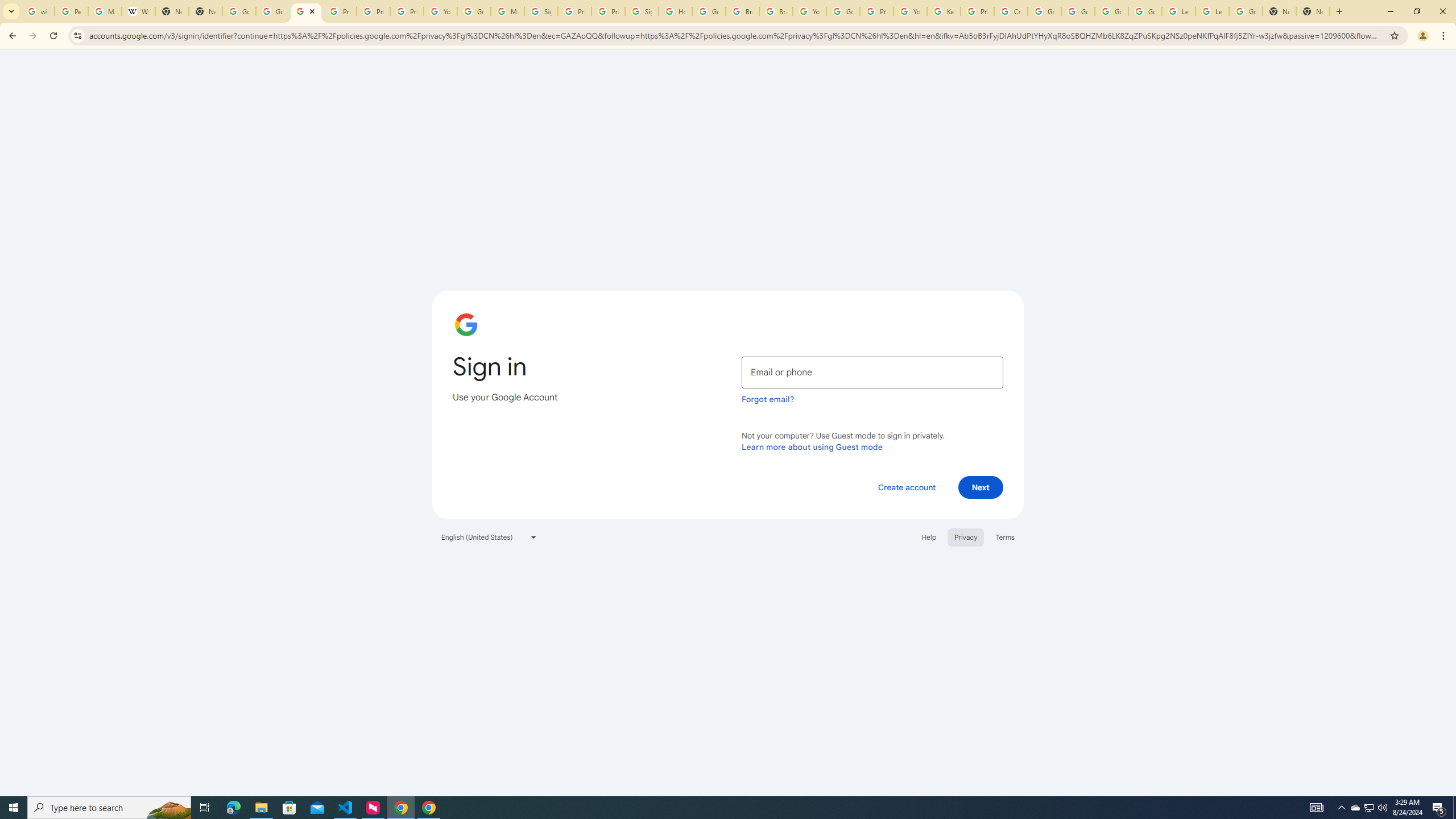 The width and height of the screenshot is (1456, 819). Describe the element at coordinates (489, 536) in the screenshot. I see `'English (United States)'` at that location.